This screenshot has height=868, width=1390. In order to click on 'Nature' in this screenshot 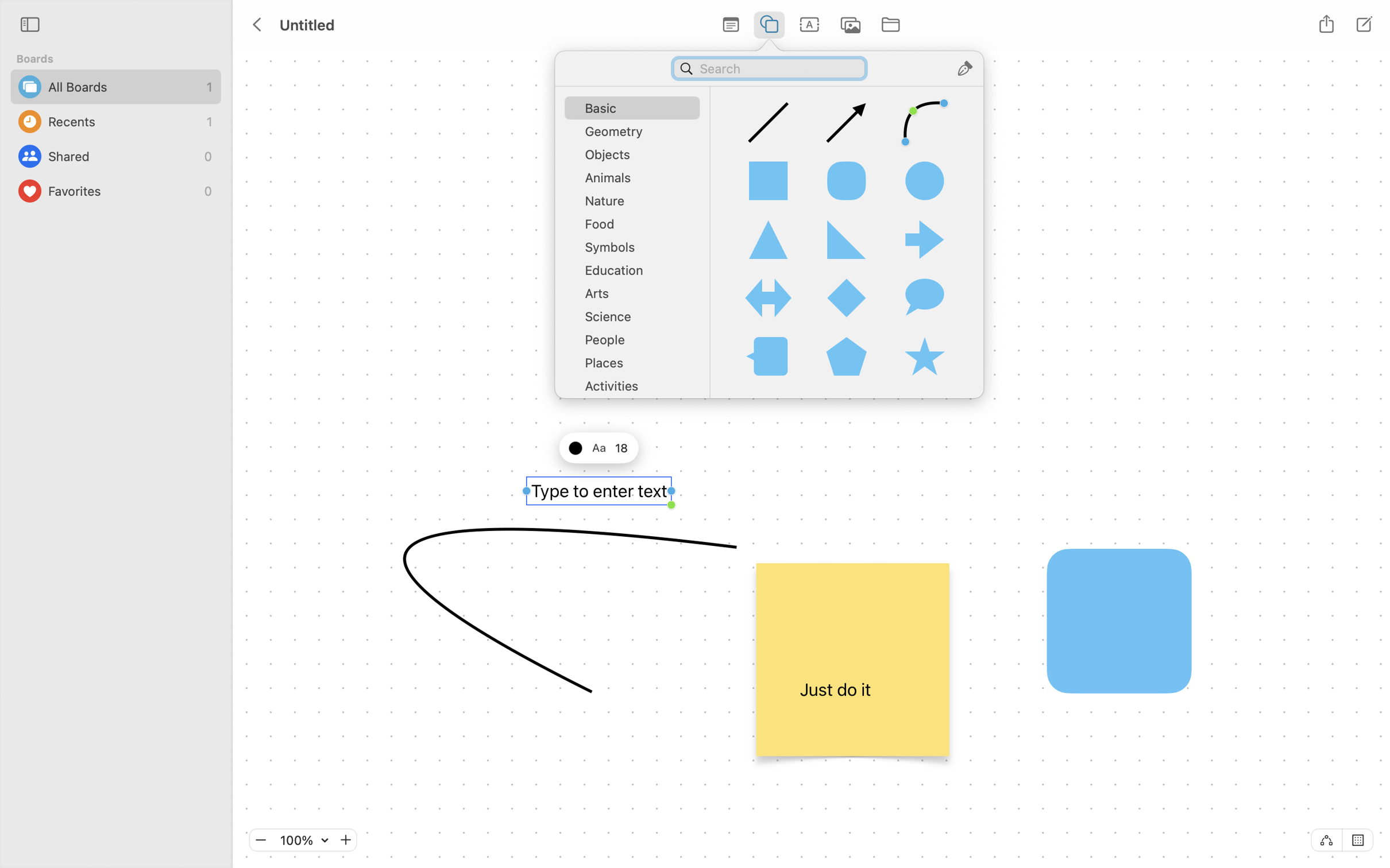, I will do `click(636, 204)`.